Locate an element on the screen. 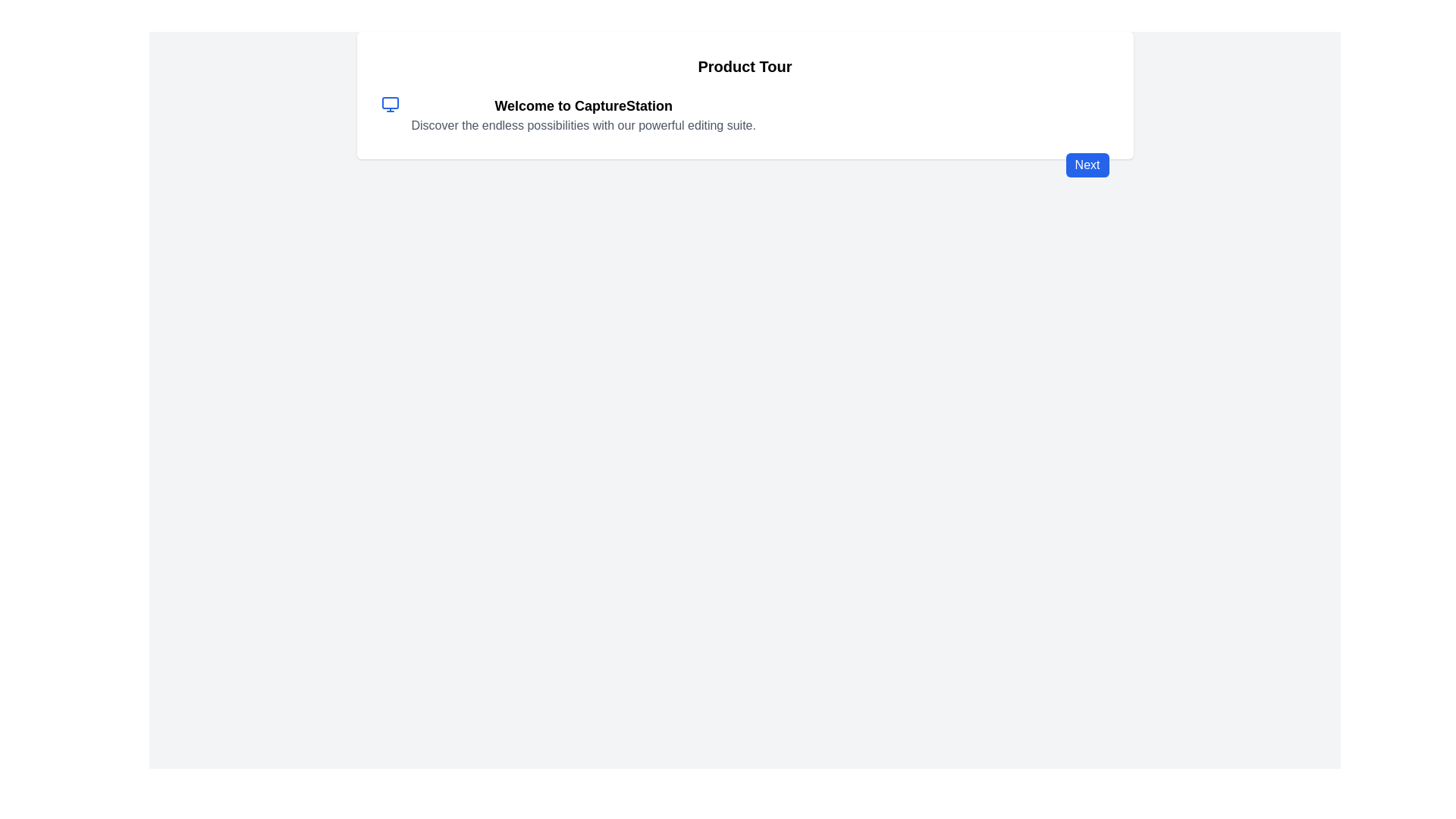 The height and width of the screenshot is (819, 1456). the decorative monitor icon located to the left of the text 'Welcome to CaptureStation' in the header section is located at coordinates (390, 104).